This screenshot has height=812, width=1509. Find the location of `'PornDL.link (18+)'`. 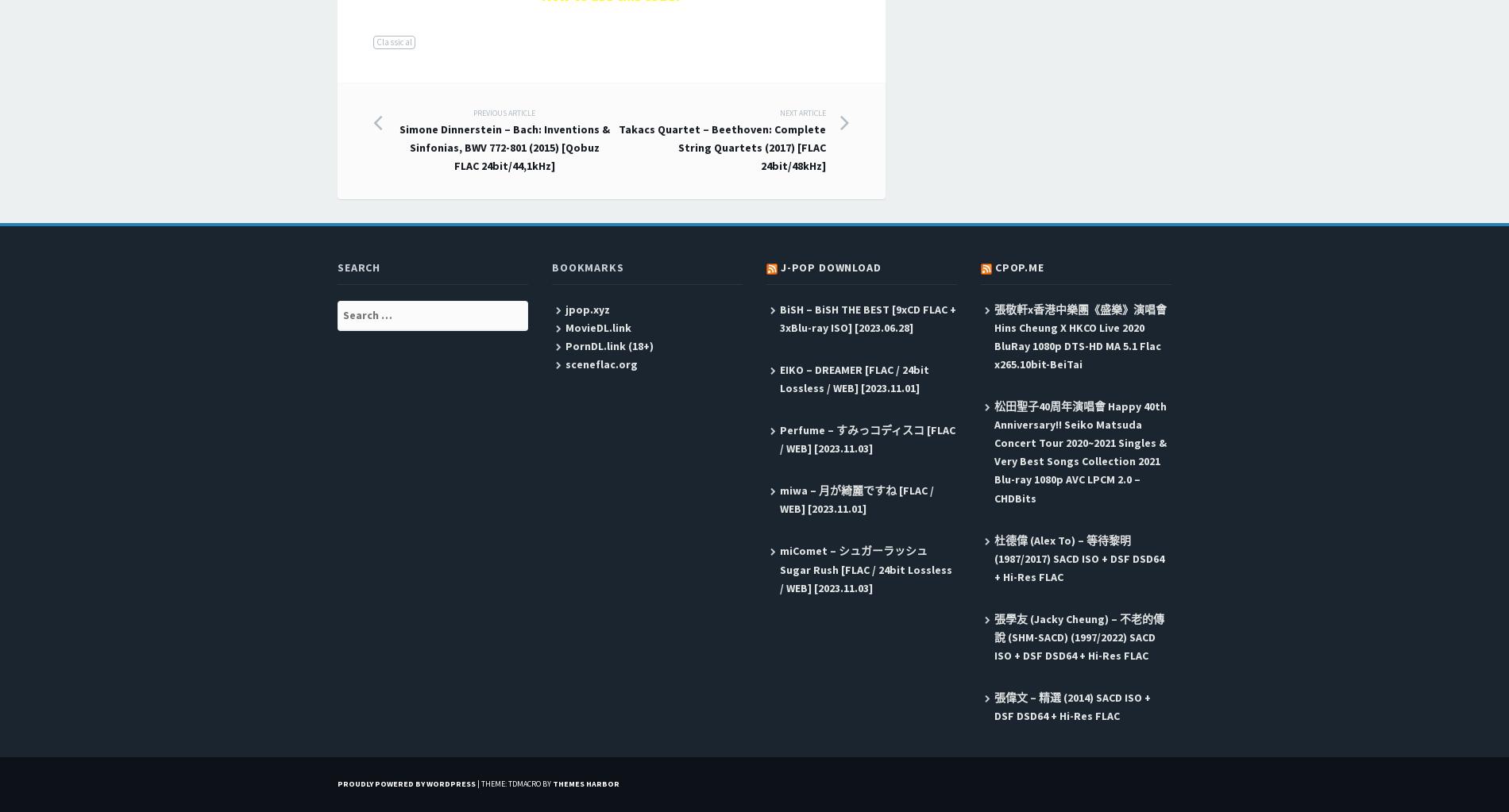

'PornDL.link (18+)' is located at coordinates (608, 344).